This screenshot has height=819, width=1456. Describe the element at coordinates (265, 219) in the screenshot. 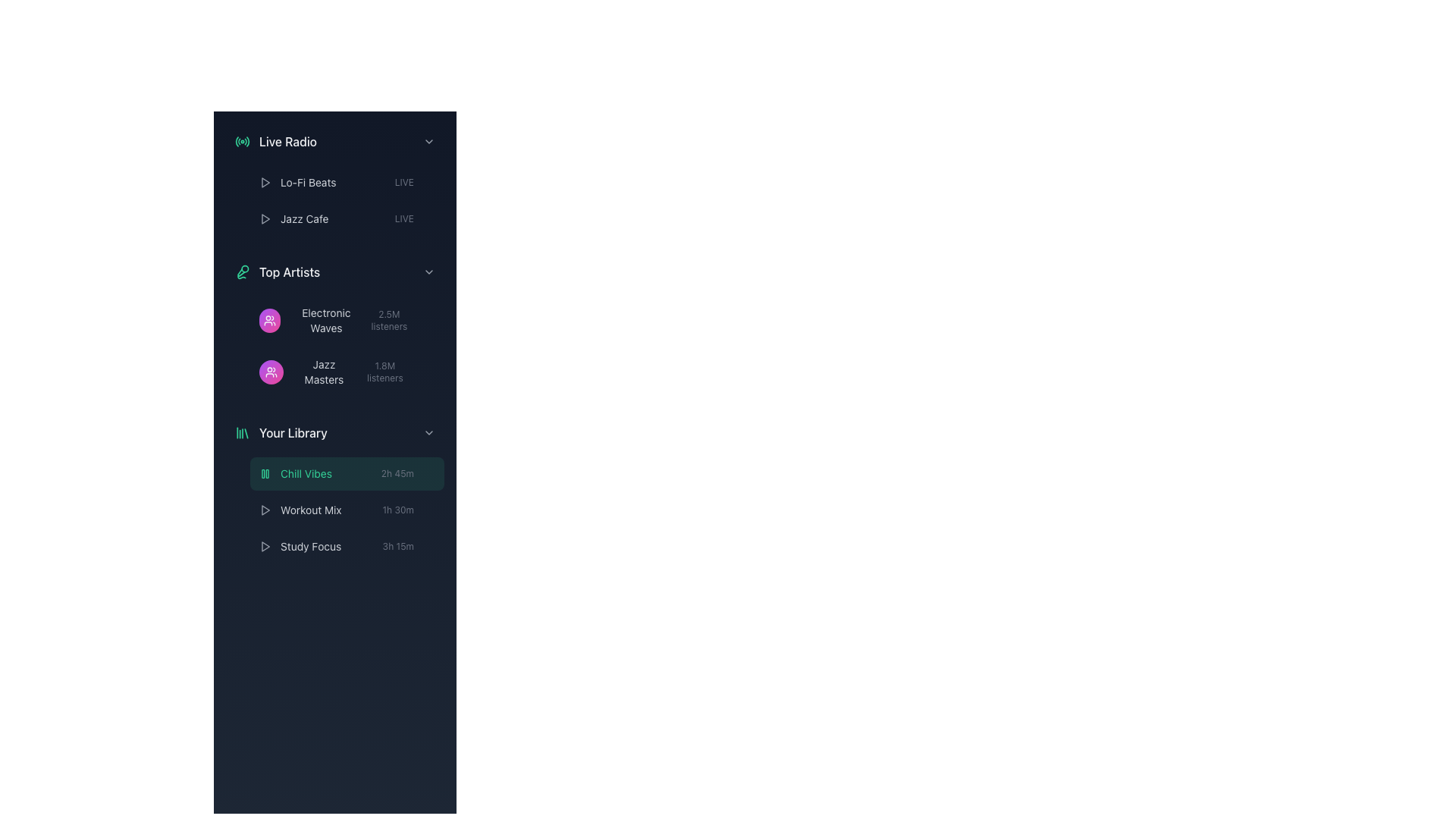

I see `the play button located under the 'Jazz Cafe' text in the 'Live Radio' section` at that location.